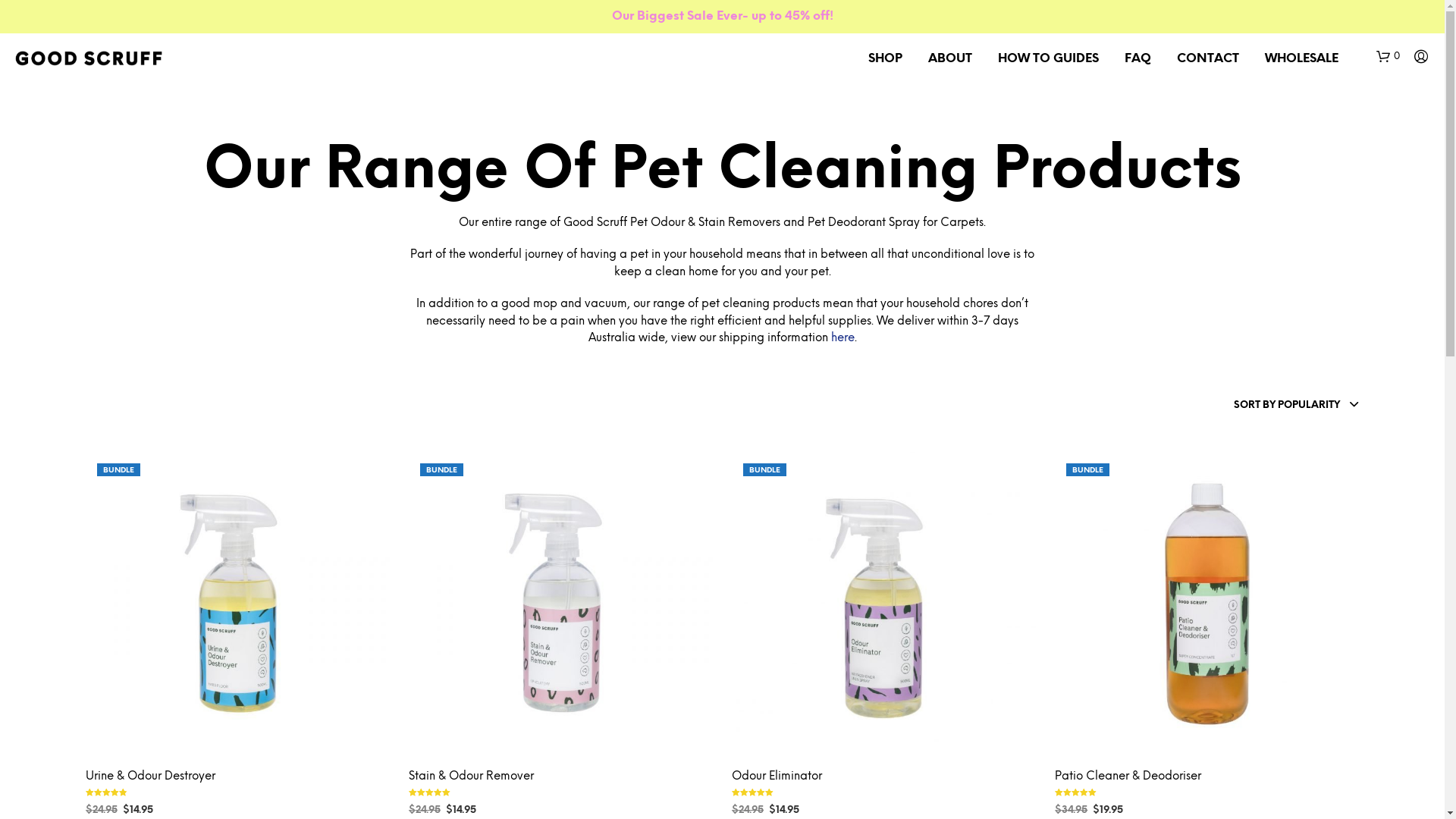 Image resolution: width=1456 pixels, height=819 pixels. Describe the element at coordinates (87, 58) in the screenshot. I see `'Amazing plant-powered pet cleaning products'` at that location.